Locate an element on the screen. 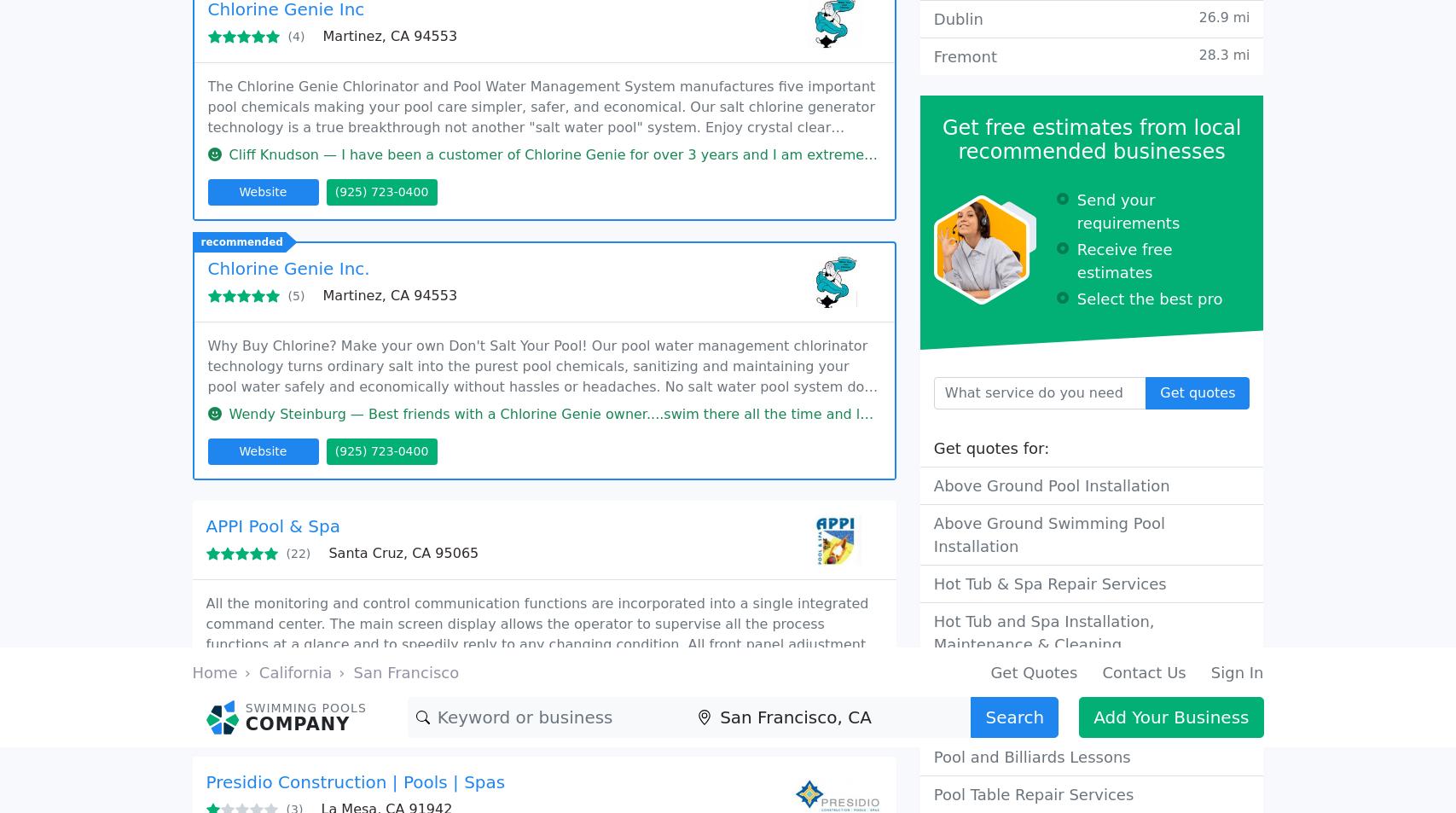  '(818) 599-7665' is located at coordinates (261, 189).